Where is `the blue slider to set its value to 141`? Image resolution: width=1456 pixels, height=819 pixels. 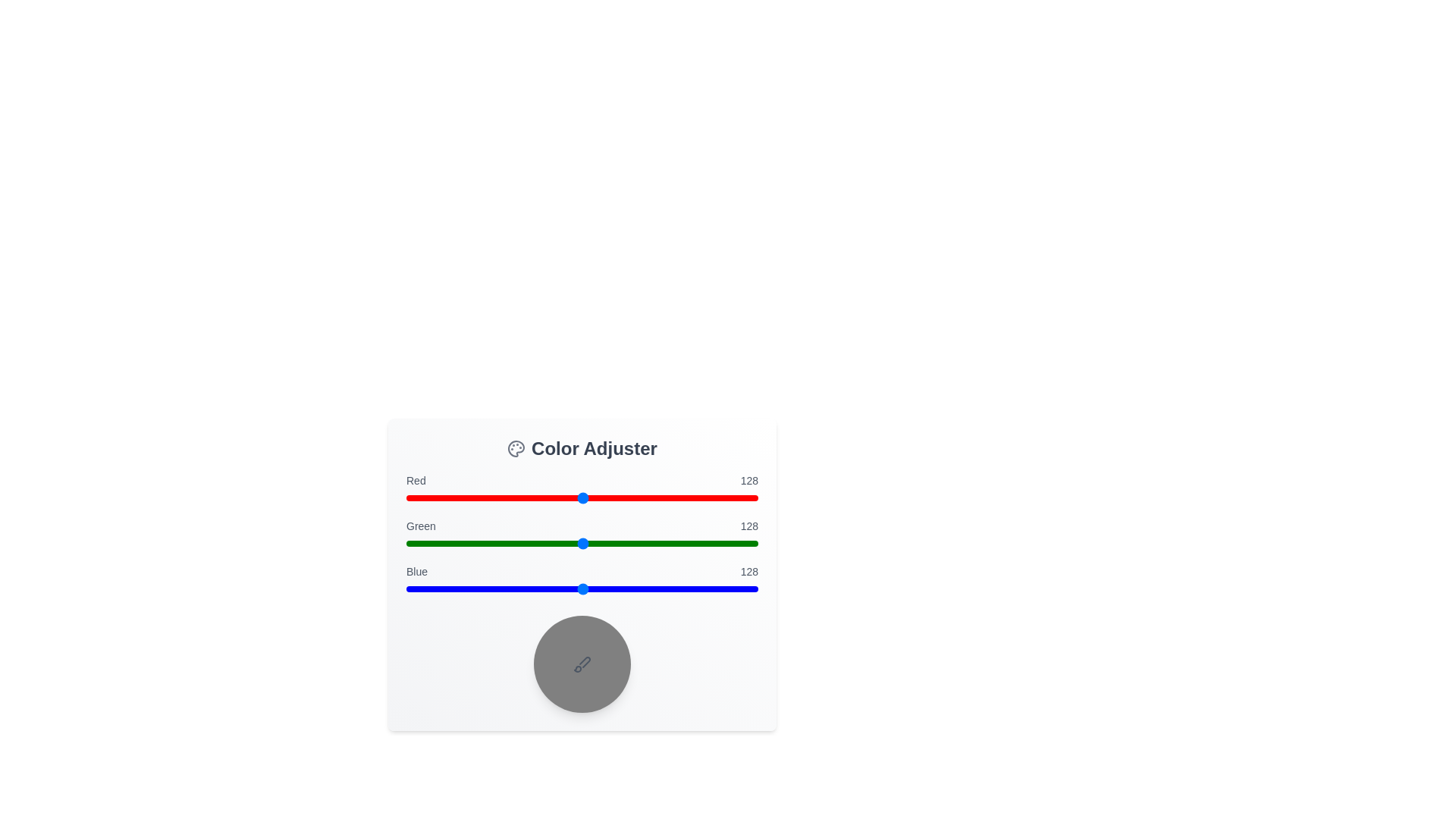
the blue slider to set its value to 141 is located at coordinates (600, 588).